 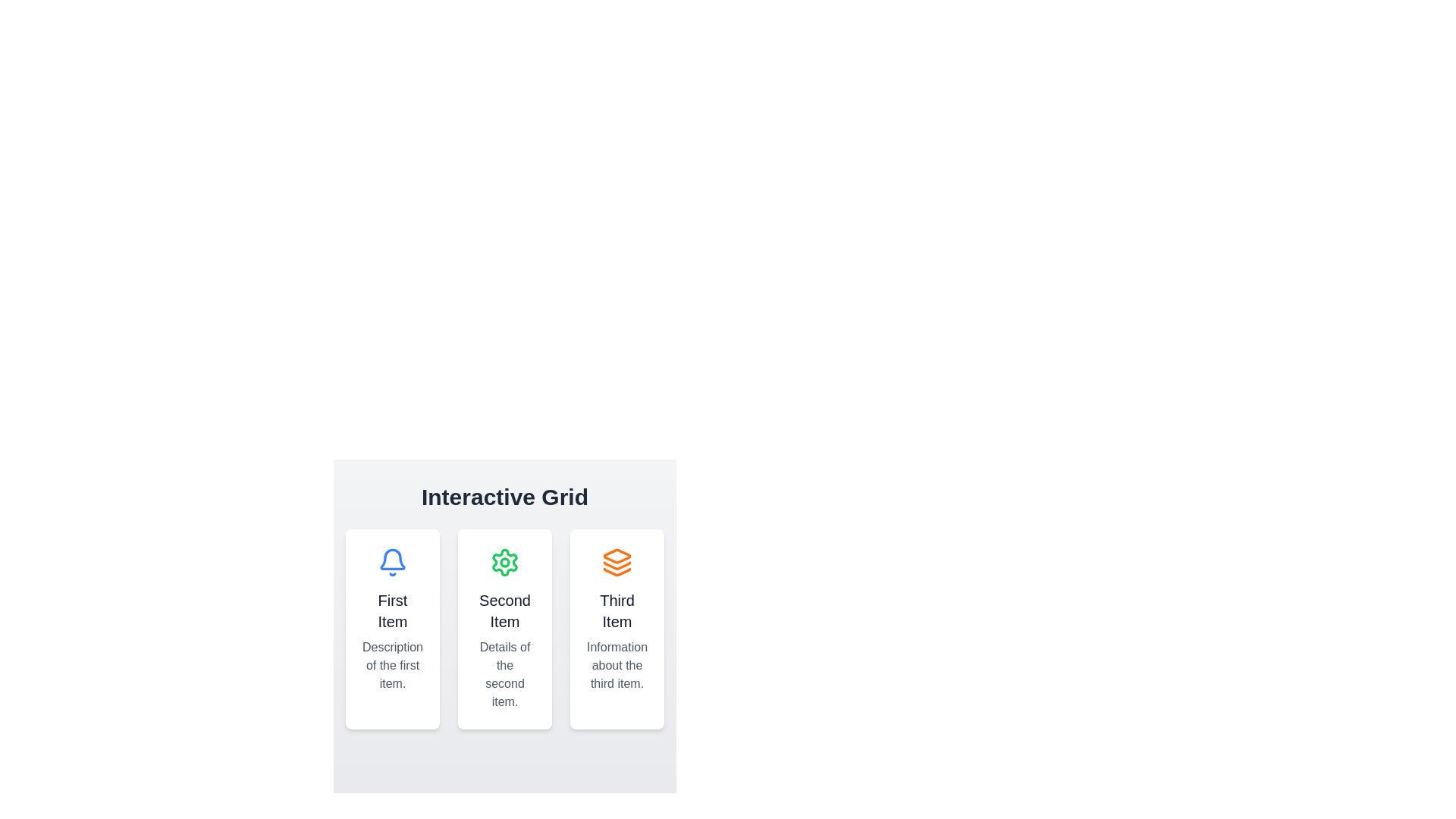 I want to click on the text label or heading that serves as the title for the third card, which is centrally located within the card, positioned below an orange icon and above a description text block, so click(x=617, y=610).